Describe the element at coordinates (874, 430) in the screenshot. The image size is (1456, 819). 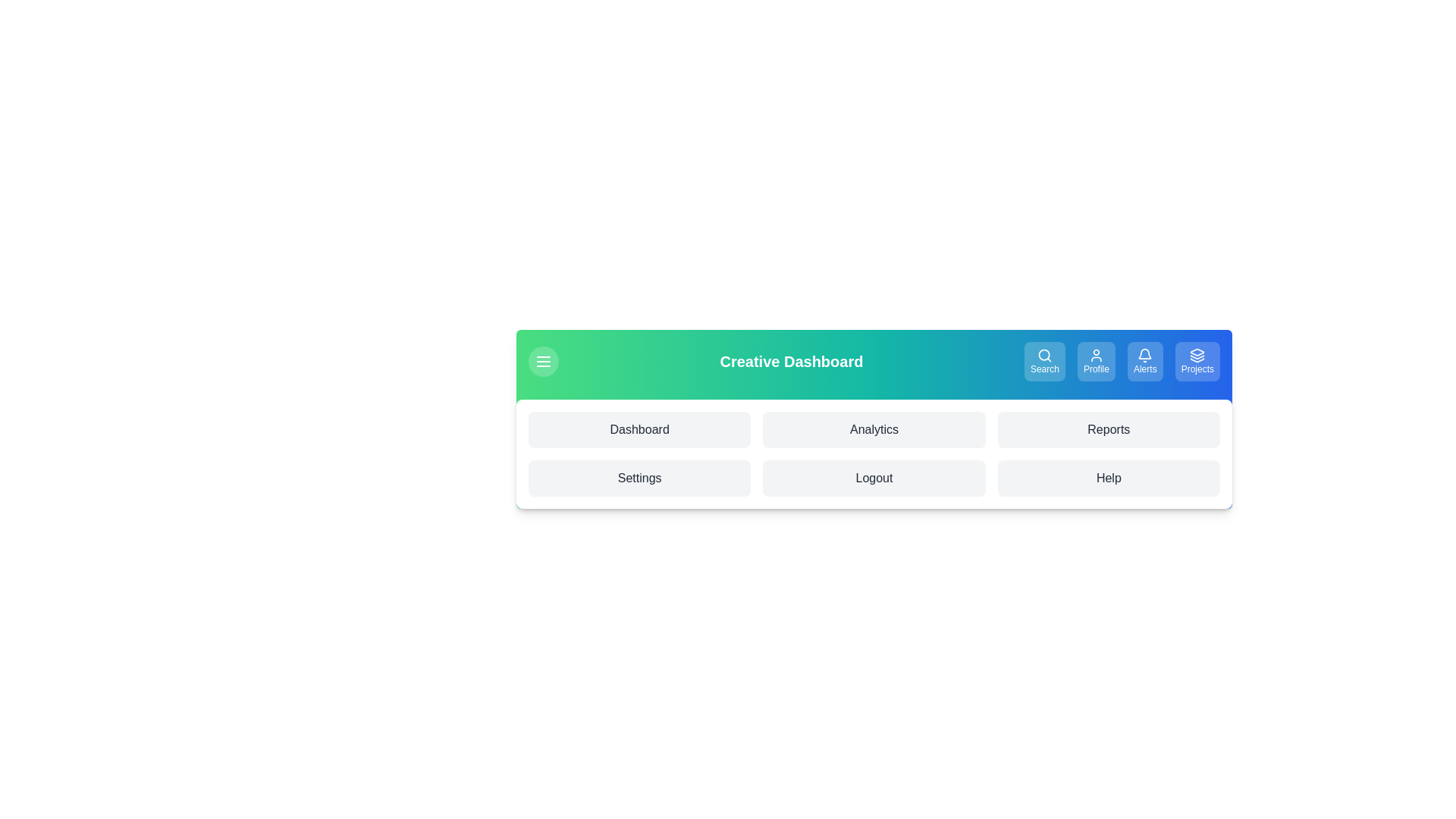
I see `the menu item labeled Analytics` at that location.